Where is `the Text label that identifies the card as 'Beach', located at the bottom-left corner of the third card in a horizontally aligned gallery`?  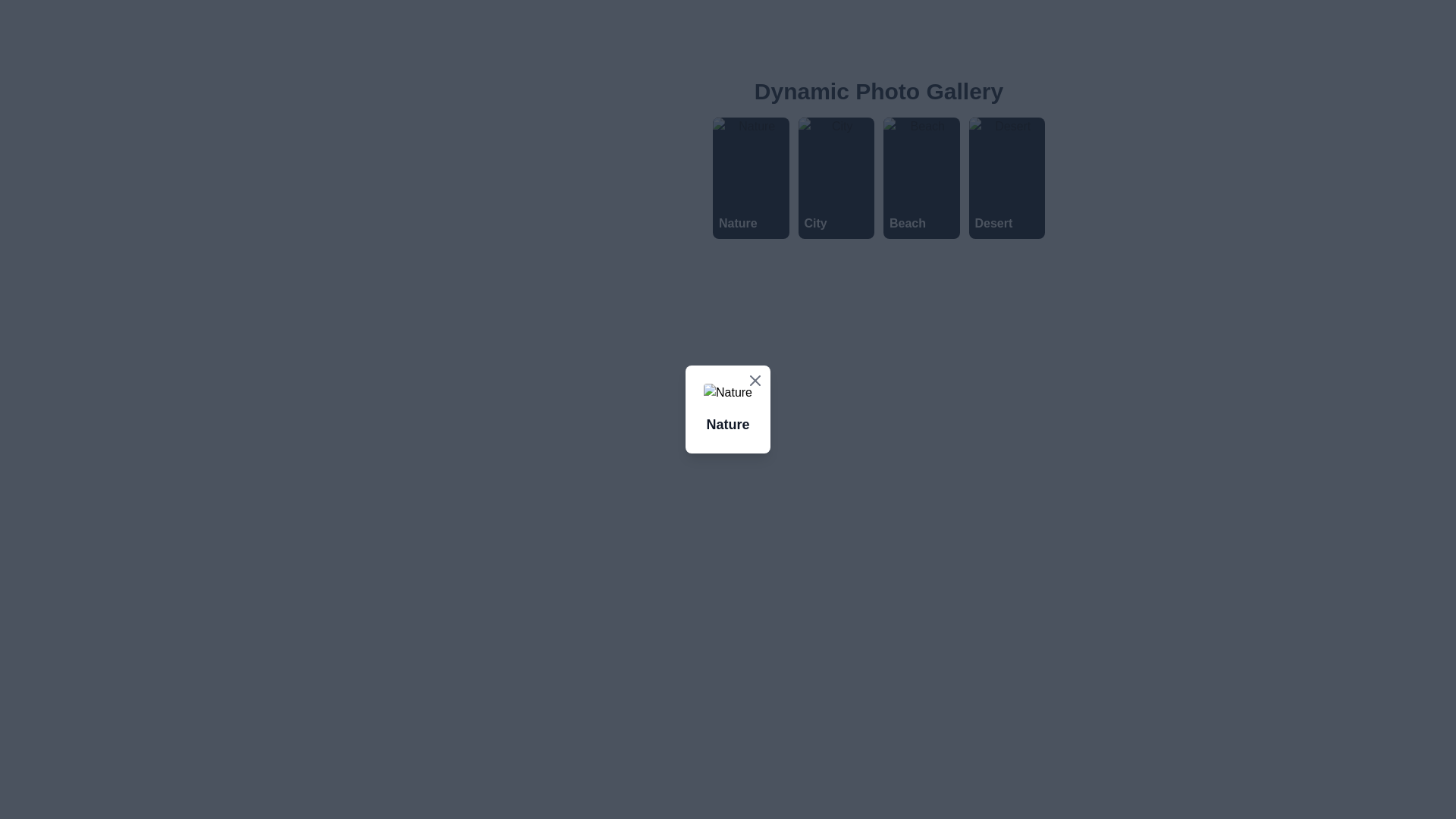 the Text label that identifies the card as 'Beach', located at the bottom-left corner of the third card in a horizontally aligned gallery is located at coordinates (907, 223).